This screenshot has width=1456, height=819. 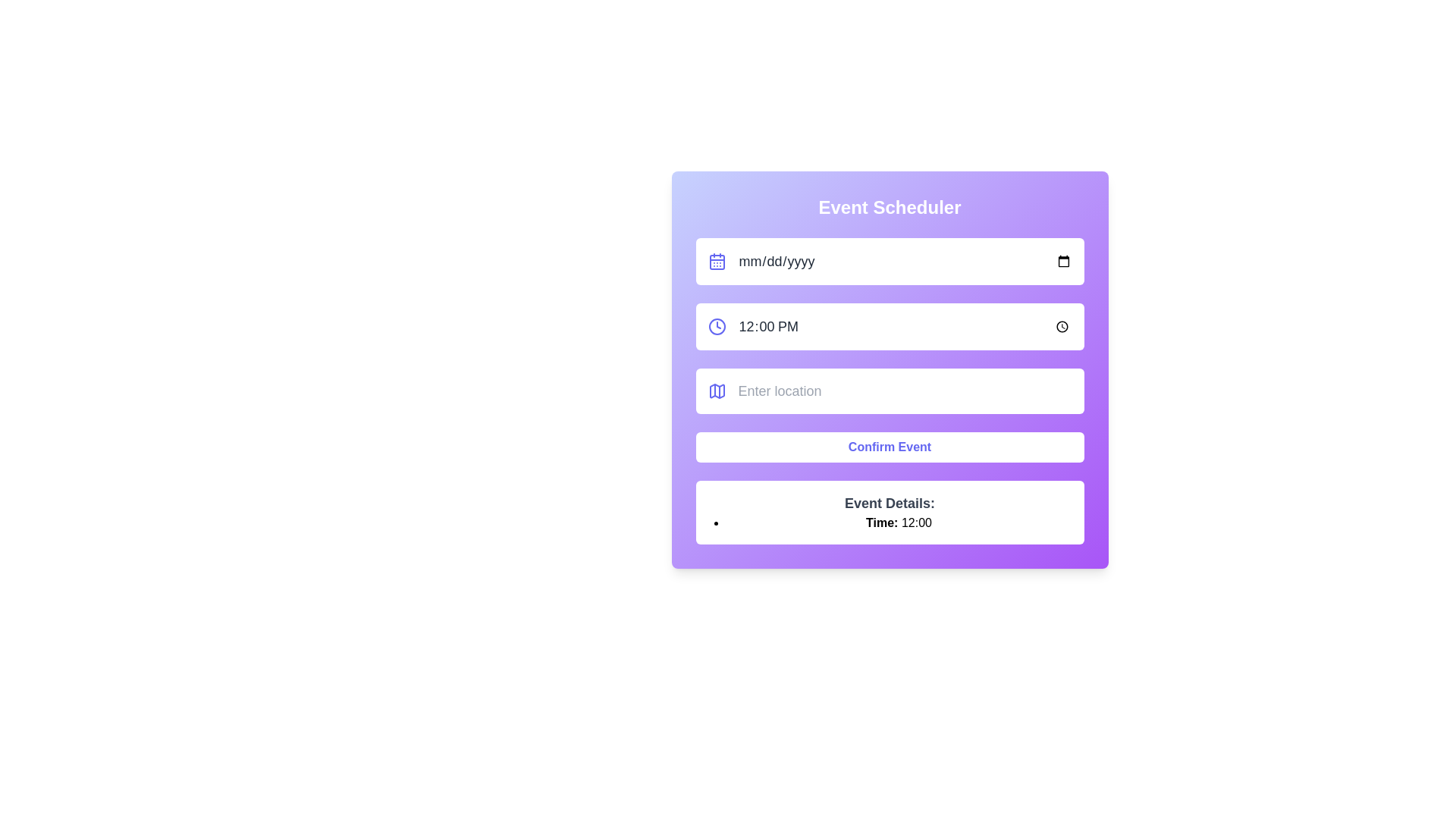 What do you see at coordinates (716, 260) in the screenshot?
I see `the indigo calendar icon with a modern rounded appearance located on the leftmost side of the first input row in the 'Event Scheduler' widget` at bounding box center [716, 260].